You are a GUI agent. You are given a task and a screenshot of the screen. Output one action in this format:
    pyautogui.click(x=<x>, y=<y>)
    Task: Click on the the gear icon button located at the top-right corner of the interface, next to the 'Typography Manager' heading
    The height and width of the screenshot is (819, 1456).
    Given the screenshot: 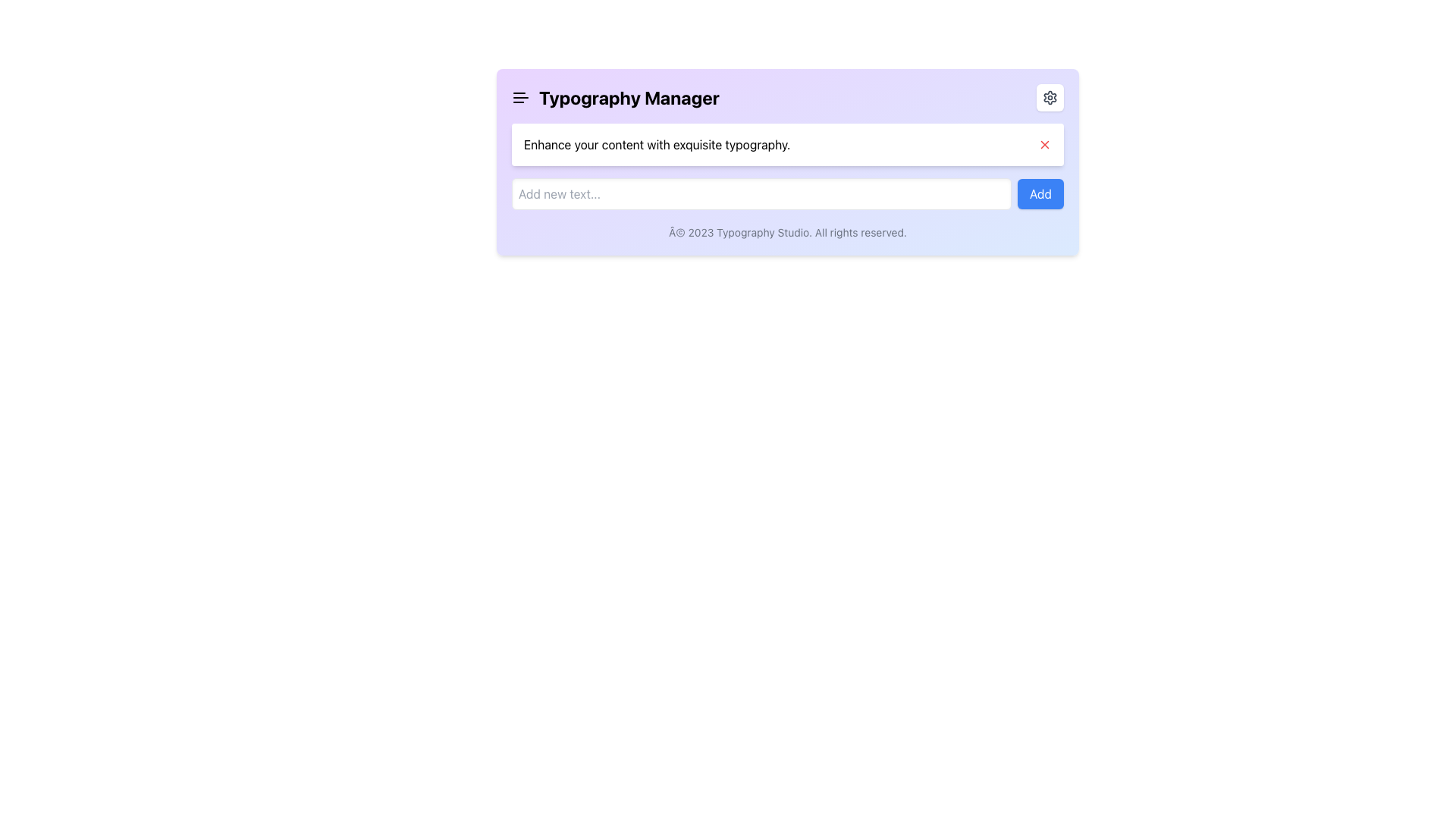 What is the action you would take?
    pyautogui.click(x=1050, y=97)
    